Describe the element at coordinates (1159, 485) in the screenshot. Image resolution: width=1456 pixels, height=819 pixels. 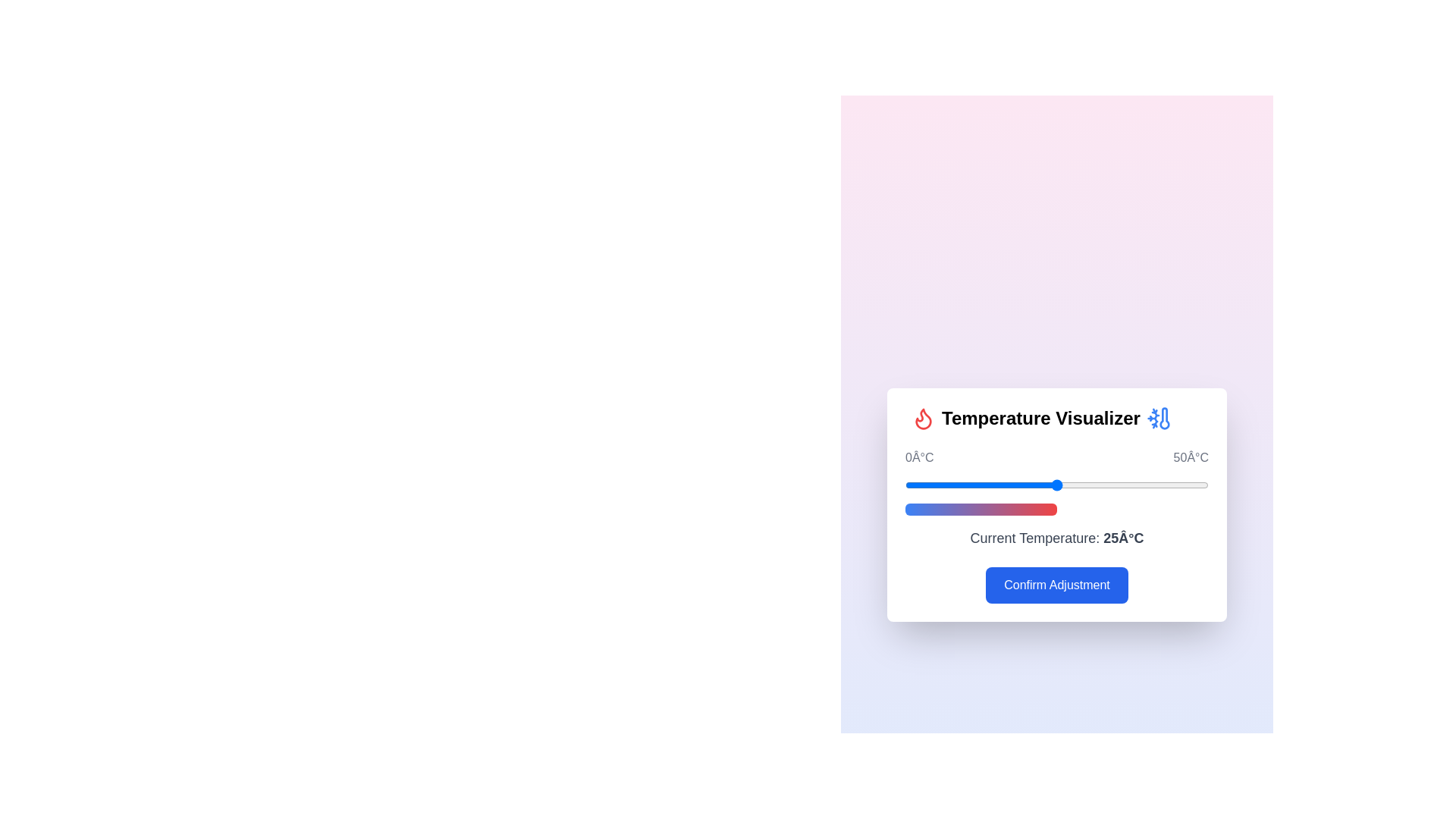
I see `the temperature slider to 42°C to observe the visual feedback` at that location.